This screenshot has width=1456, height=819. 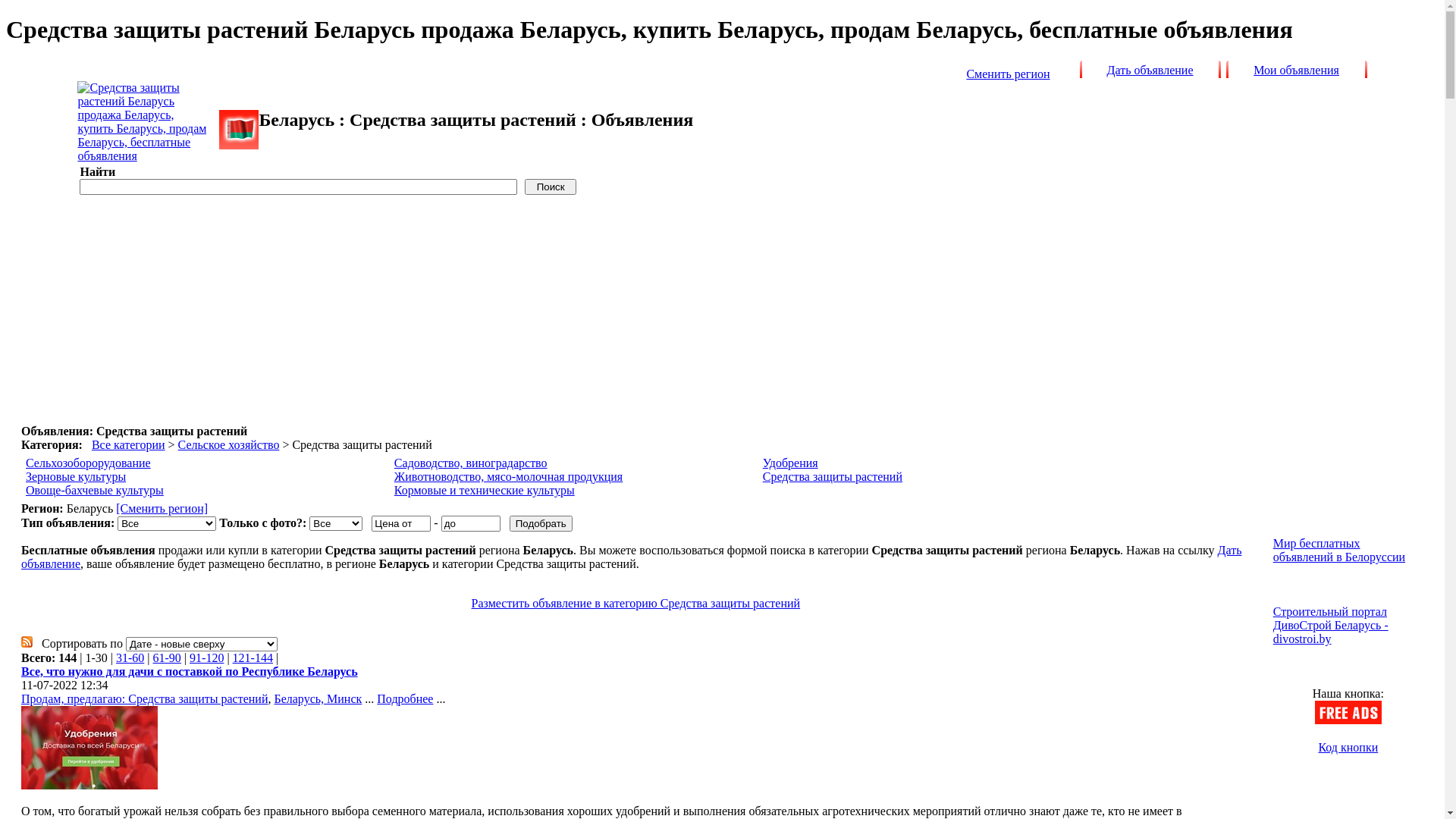 What do you see at coordinates (206, 657) in the screenshot?
I see `'91-120'` at bounding box center [206, 657].